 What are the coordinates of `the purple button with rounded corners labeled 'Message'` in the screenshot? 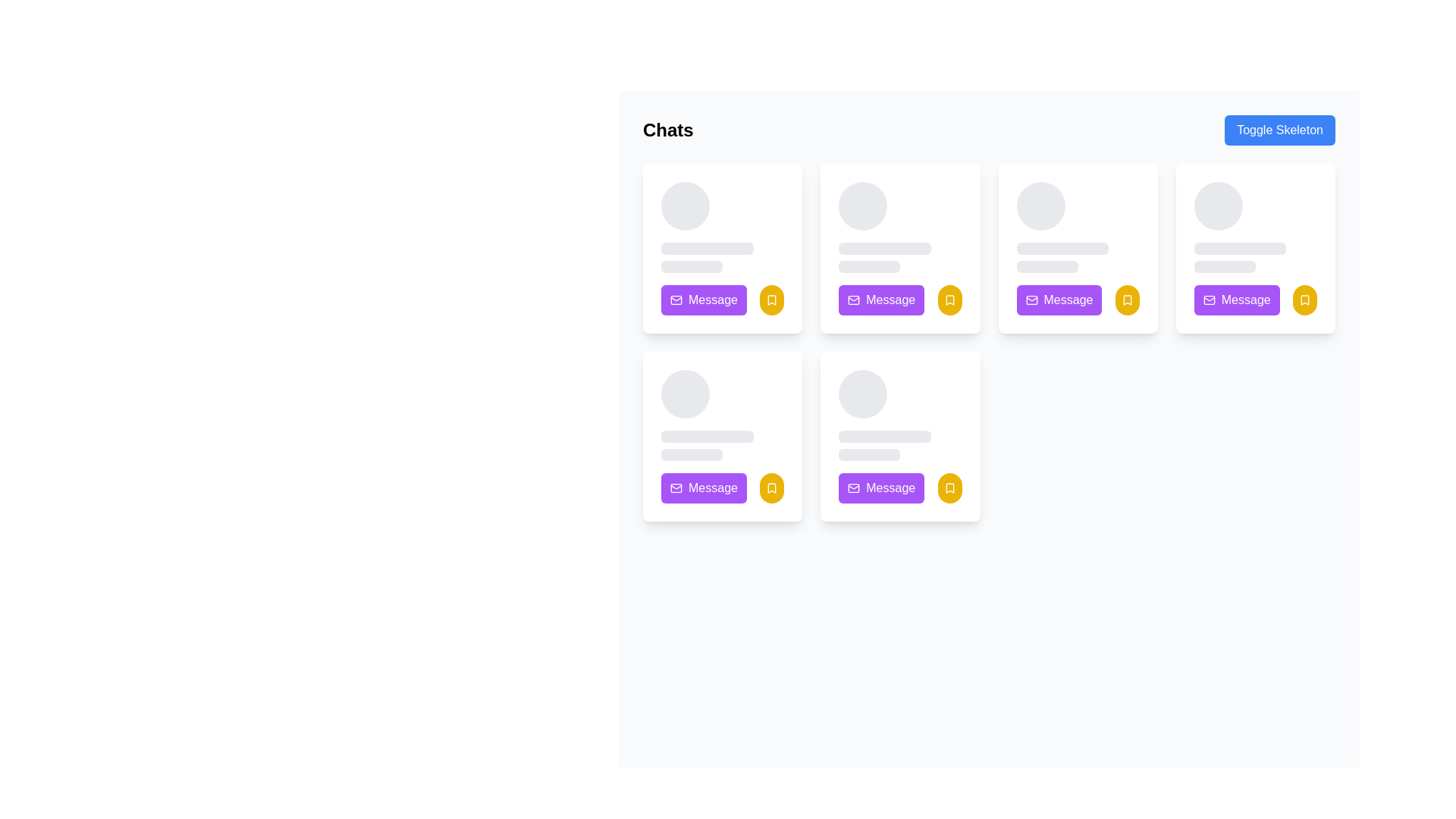 It's located at (1255, 300).